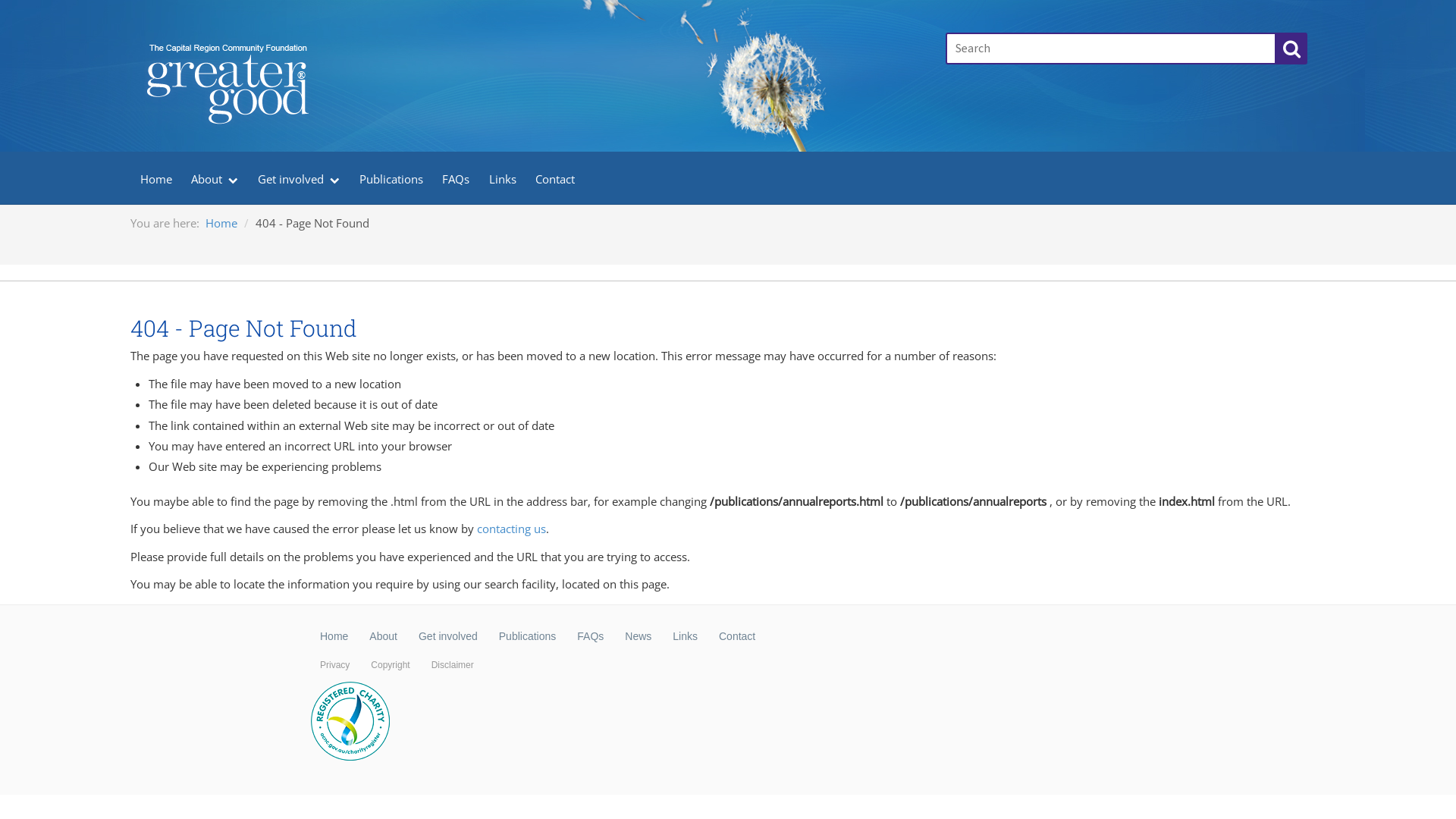  What do you see at coordinates (333, 636) in the screenshot?
I see `'Home'` at bounding box center [333, 636].